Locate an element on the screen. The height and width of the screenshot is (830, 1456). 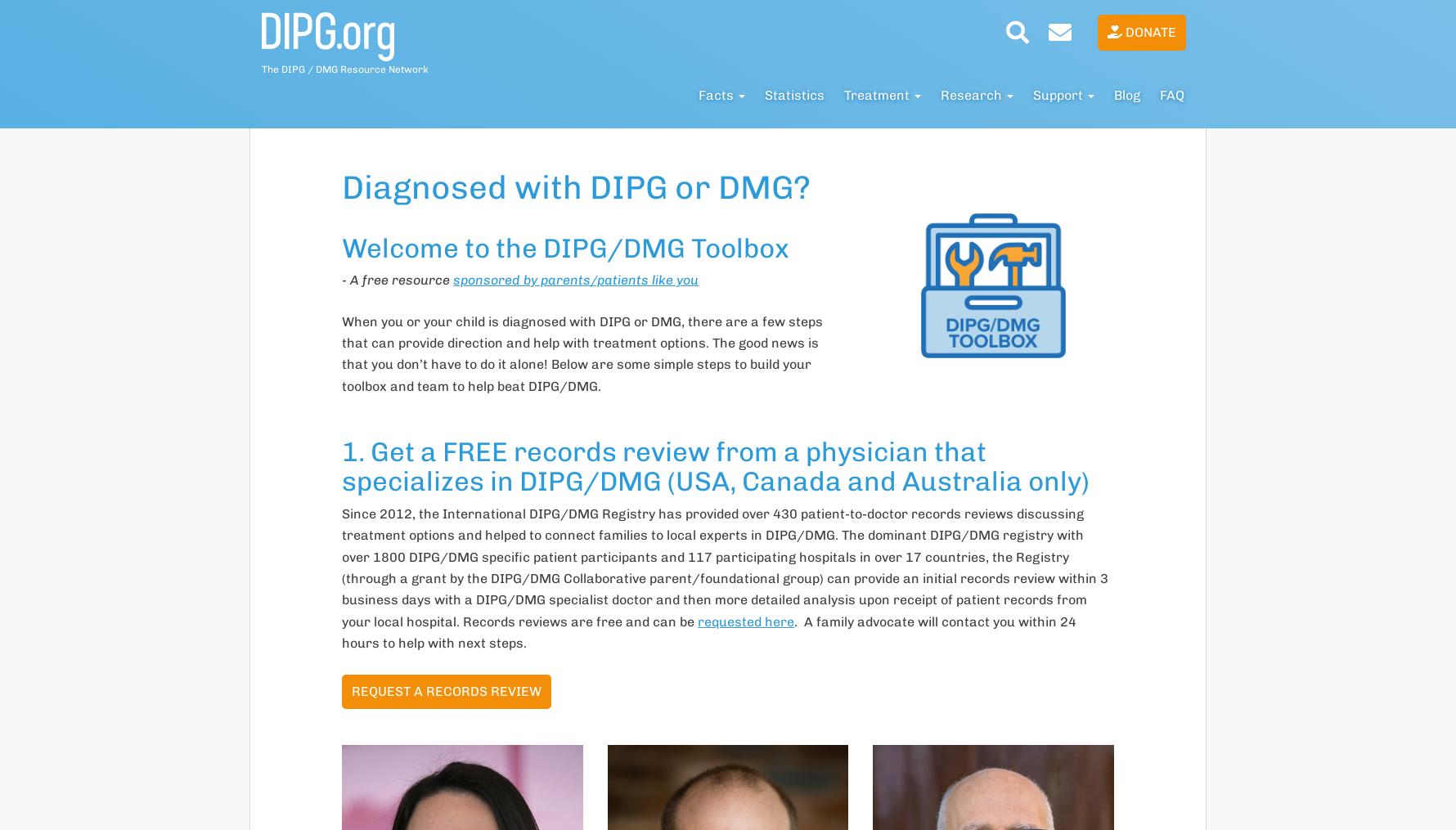
'Research' is located at coordinates (973, 95).